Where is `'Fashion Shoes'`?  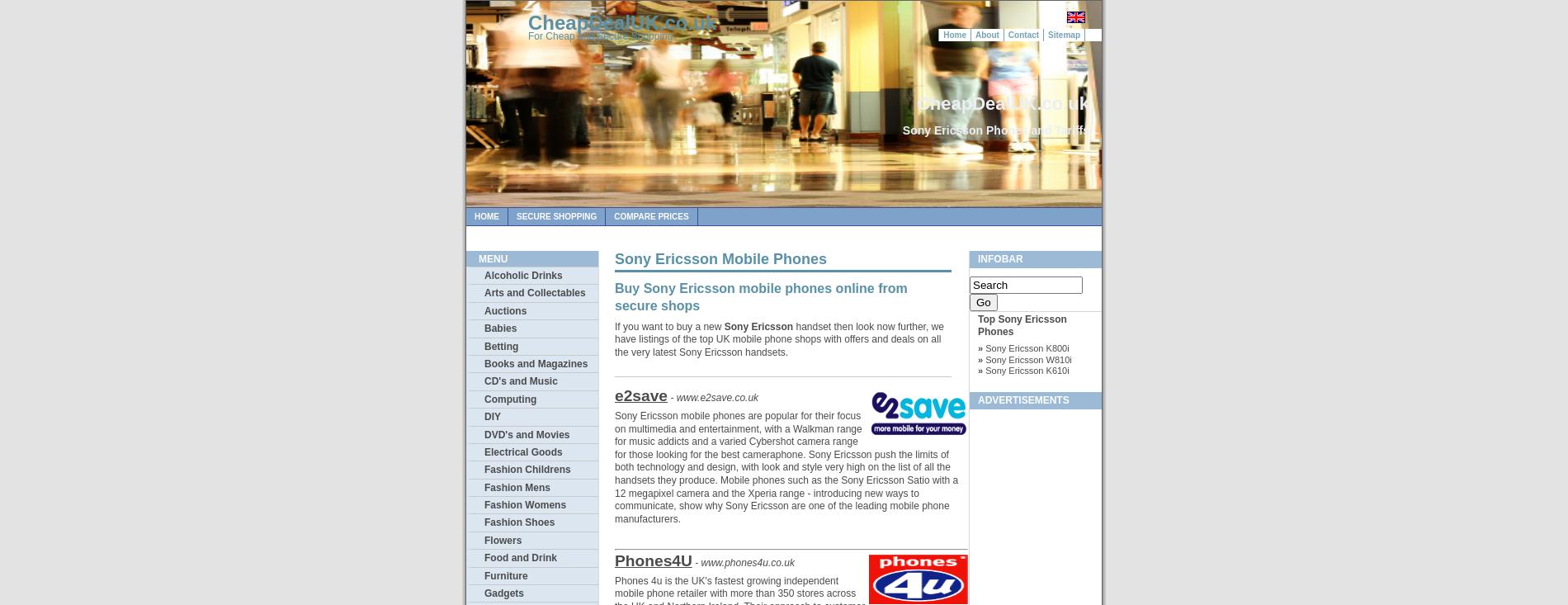
'Fashion Shoes' is located at coordinates (519, 522).